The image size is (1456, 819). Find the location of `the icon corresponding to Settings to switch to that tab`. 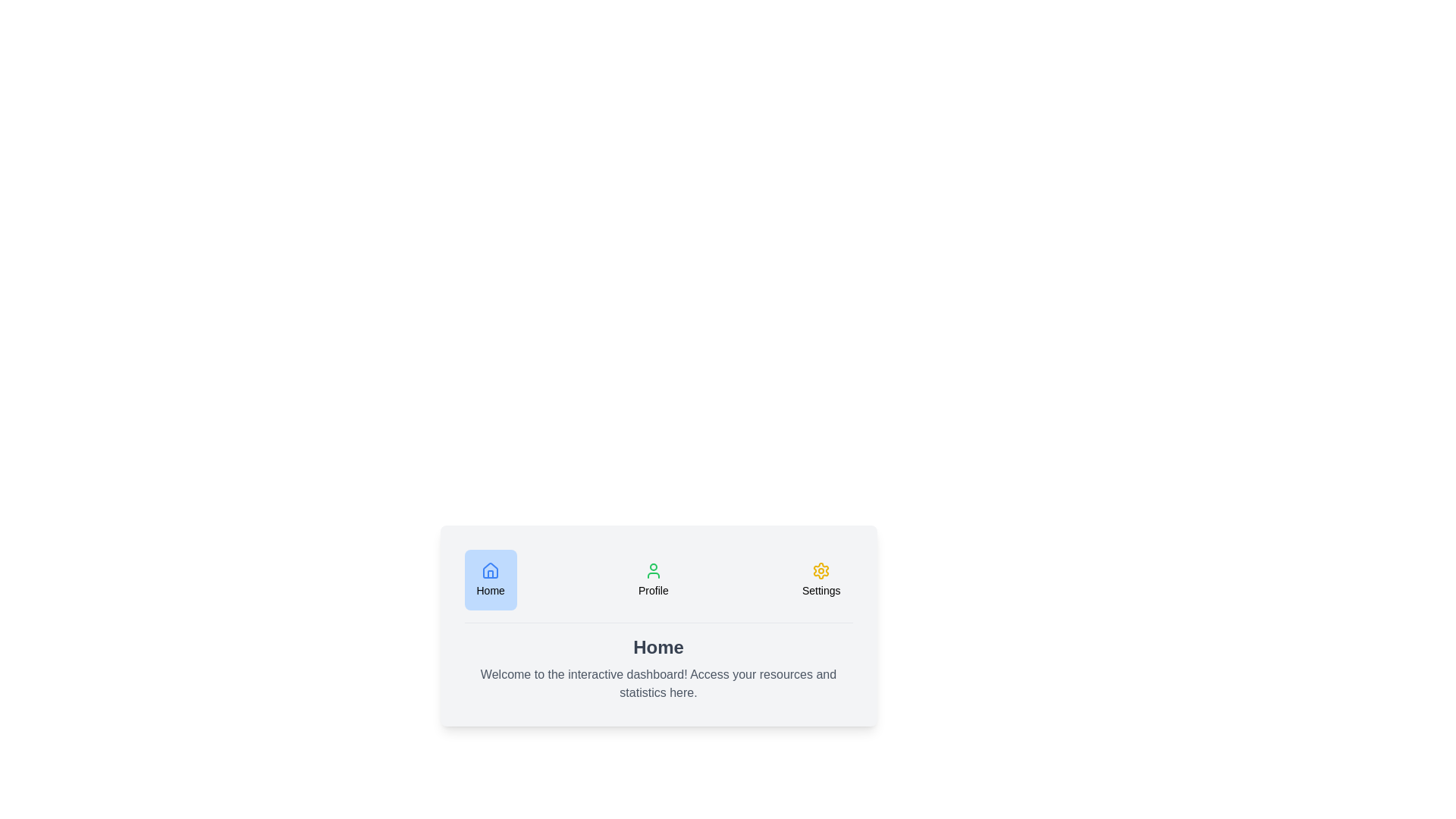

the icon corresponding to Settings to switch to that tab is located at coordinates (821, 579).